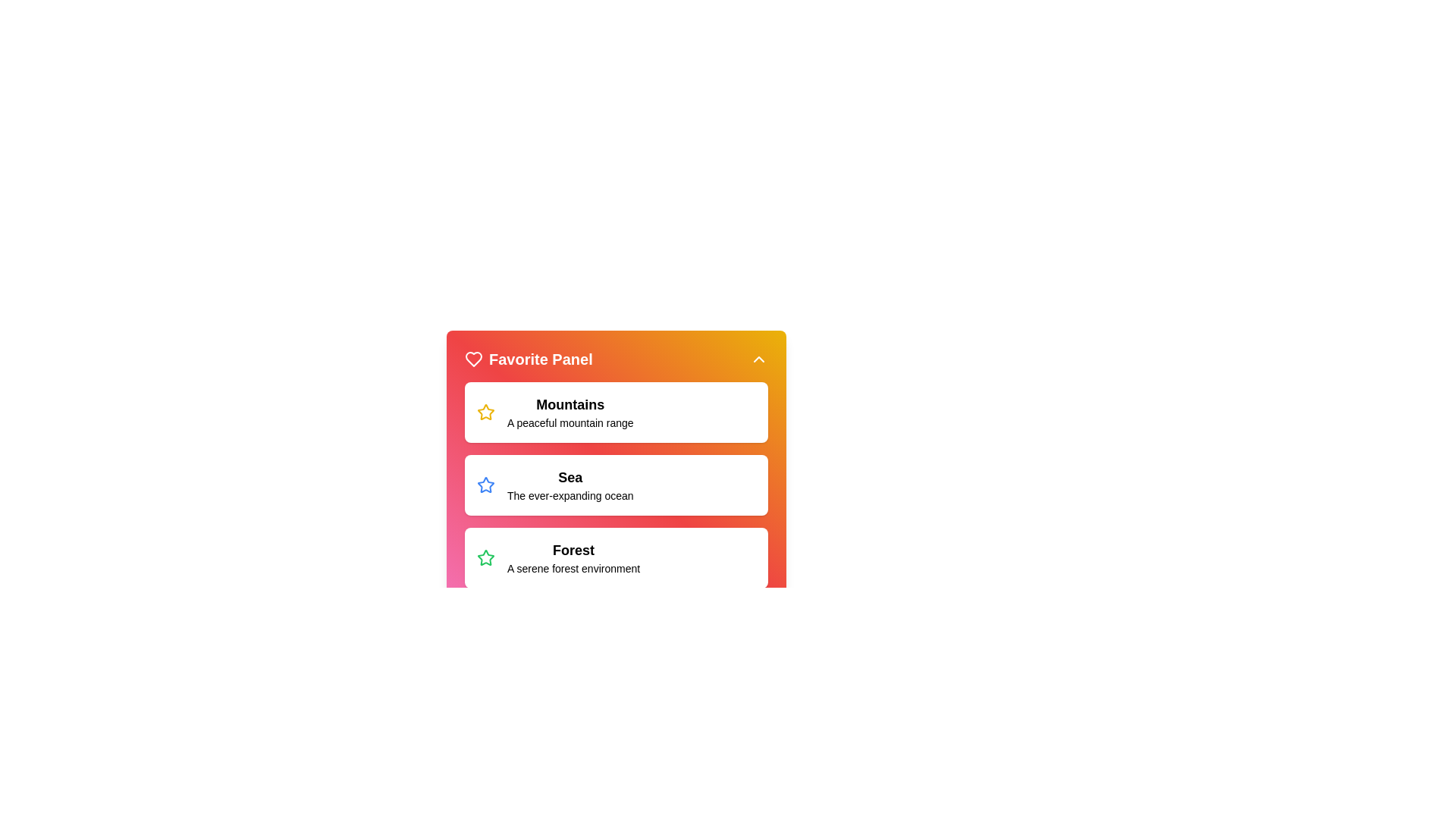  I want to click on the blue-filled star icon with a hollow outline design, located in the second panel next to the 'Sea' label and above the 'Forest' panel, so click(486, 485).